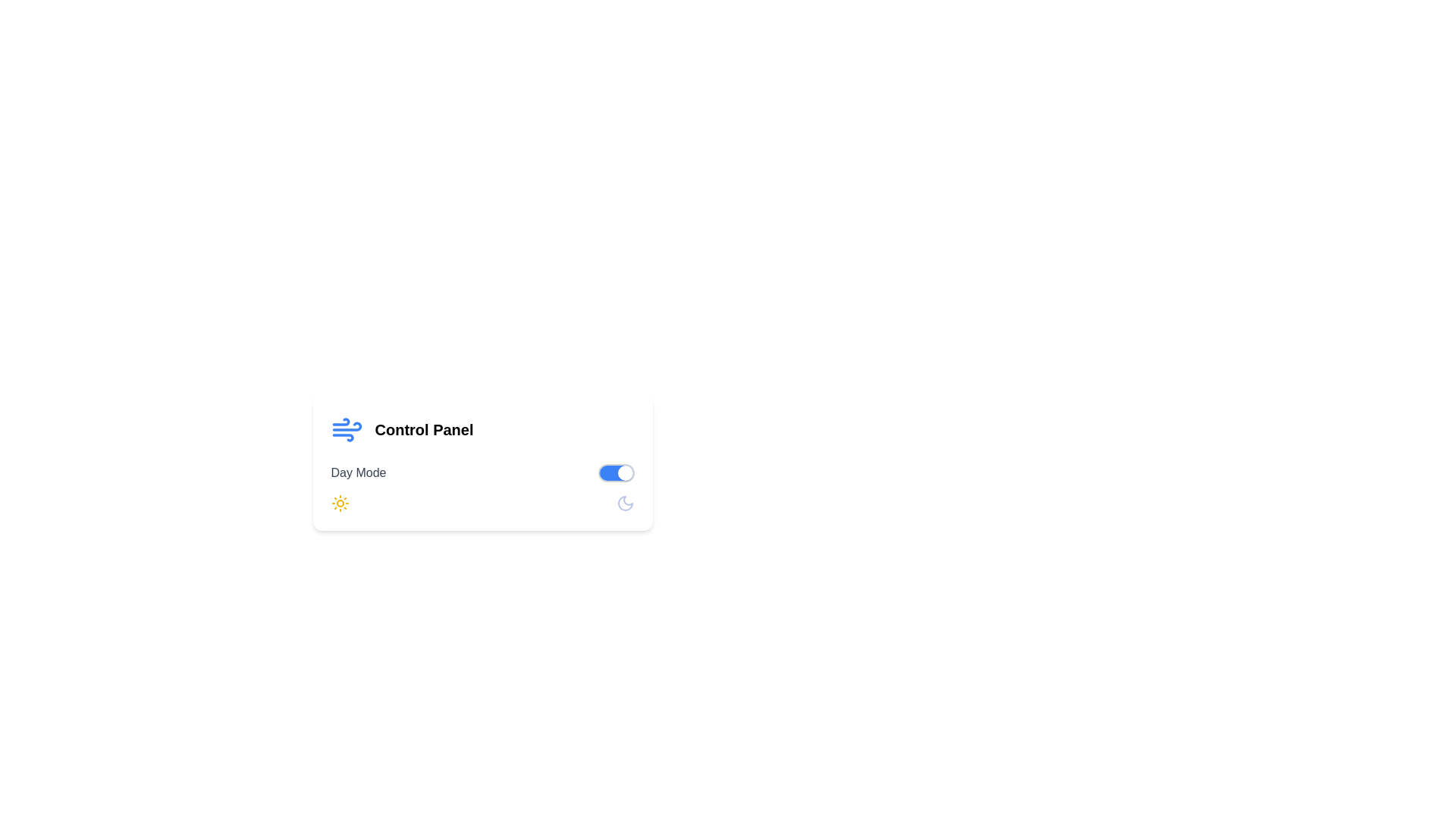 The image size is (1456, 819). What do you see at coordinates (357, 472) in the screenshot?
I see `the 'Day Mode' text label, which is styled with gray color and medium font weight, positioned to the left of a blue toggle switch in a control panel section` at bounding box center [357, 472].